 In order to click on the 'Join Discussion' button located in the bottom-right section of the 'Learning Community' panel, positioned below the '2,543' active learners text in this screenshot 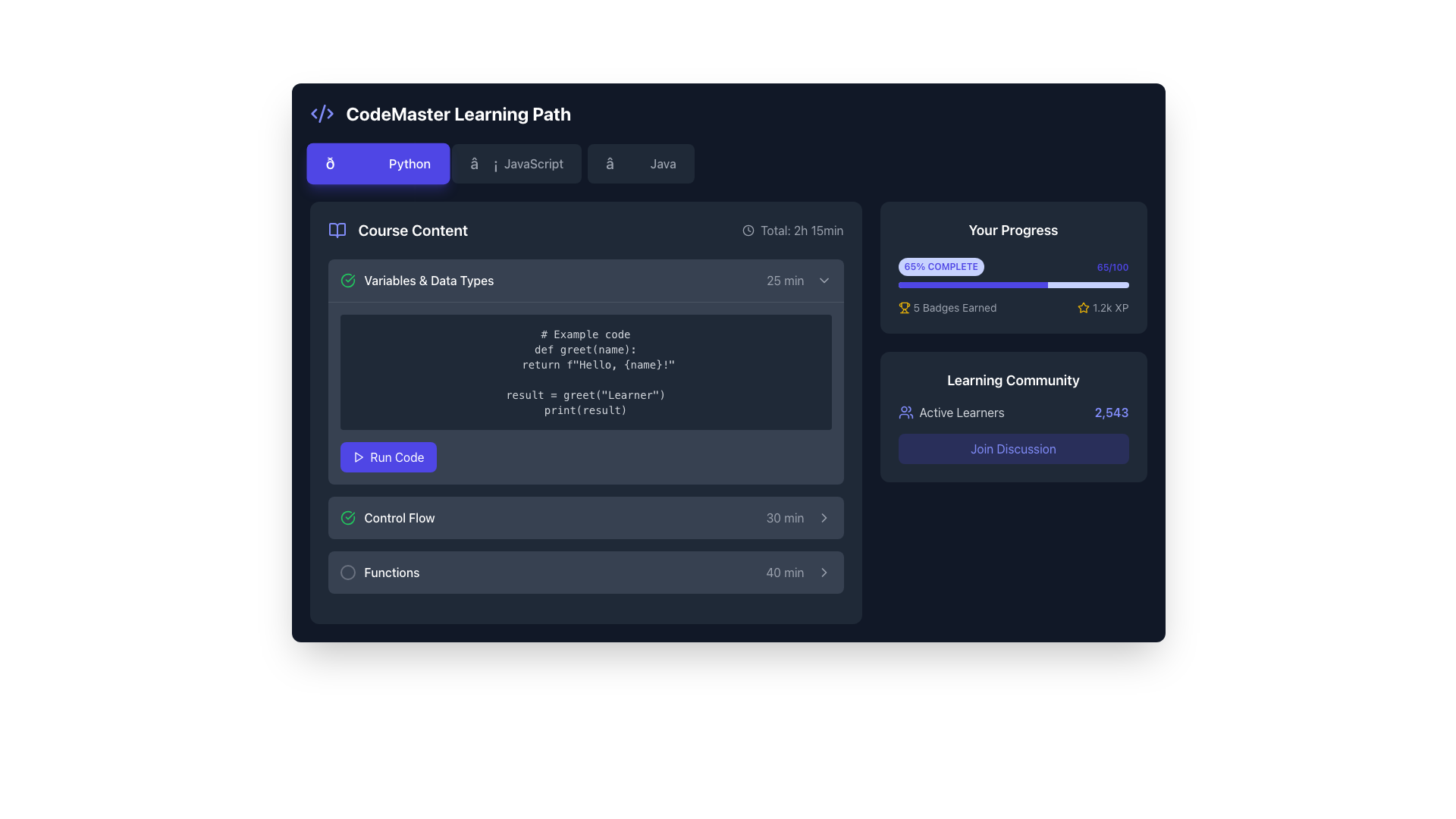, I will do `click(1013, 447)`.